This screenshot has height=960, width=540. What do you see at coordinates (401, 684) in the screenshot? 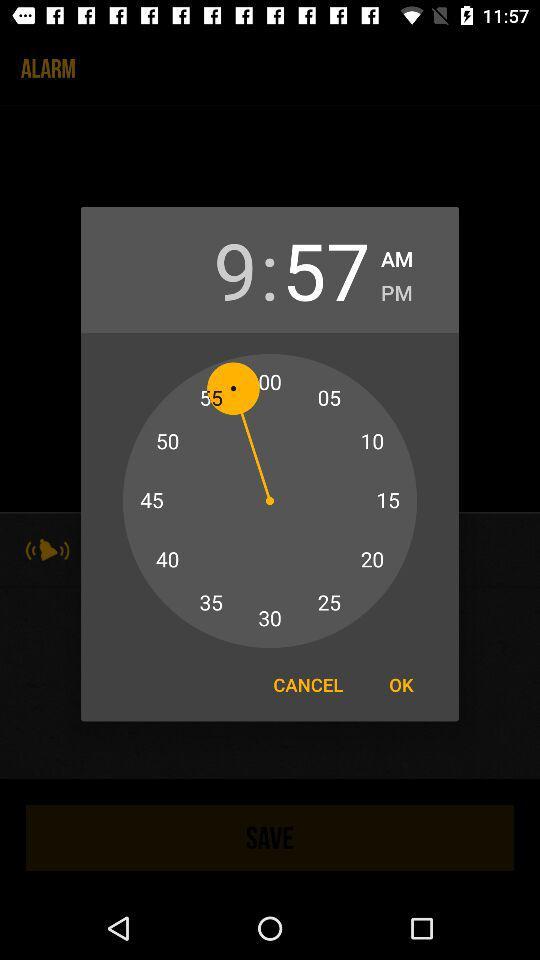
I see `the ok icon` at bounding box center [401, 684].